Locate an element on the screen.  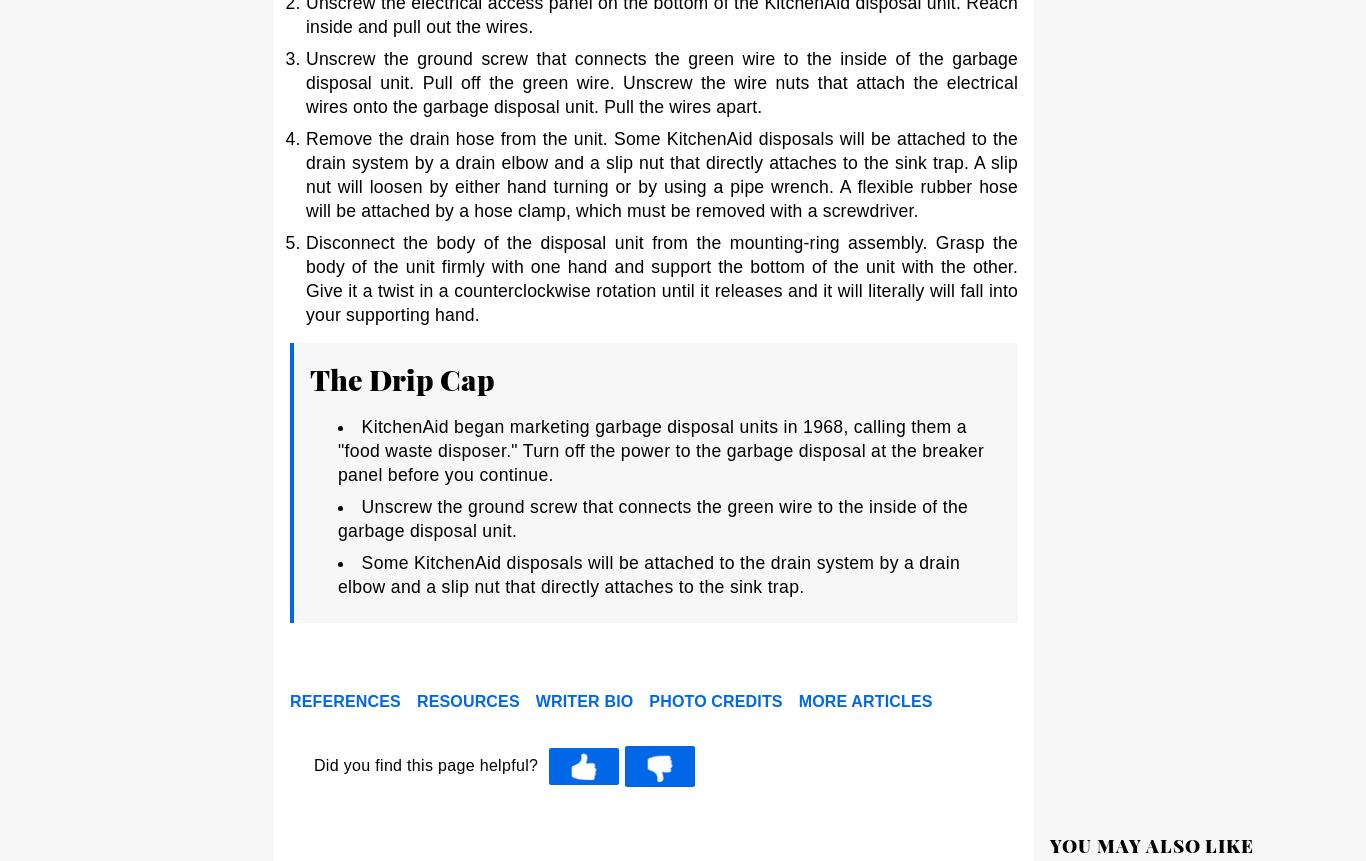
'Resources' is located at coordinates (467, 699).